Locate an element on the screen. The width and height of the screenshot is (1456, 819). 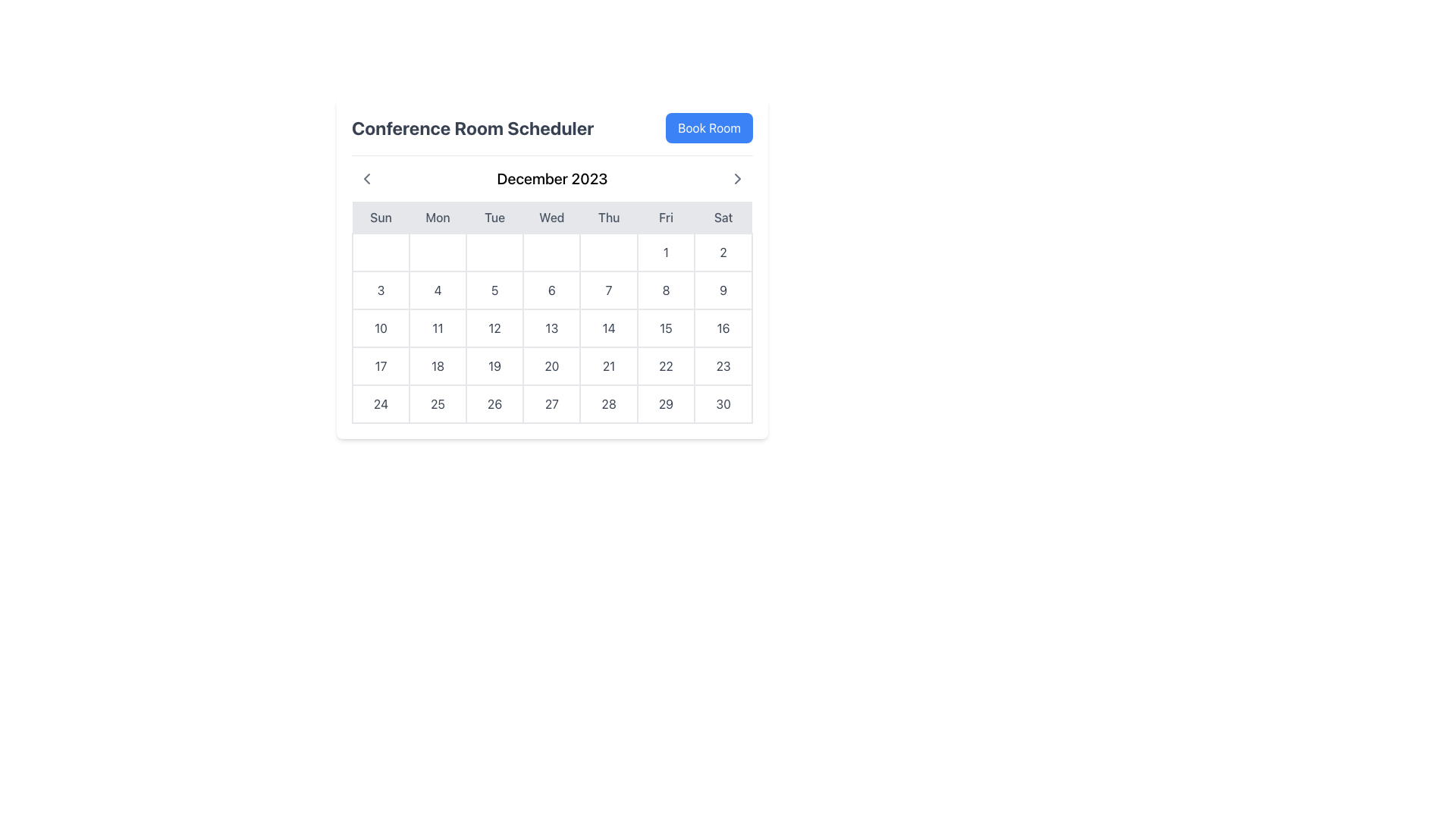
the leftward-pointing chevron icon with a thin stroke and rounded line ends, located in the header section of the calendar widget is located at coordinates (367, 177).